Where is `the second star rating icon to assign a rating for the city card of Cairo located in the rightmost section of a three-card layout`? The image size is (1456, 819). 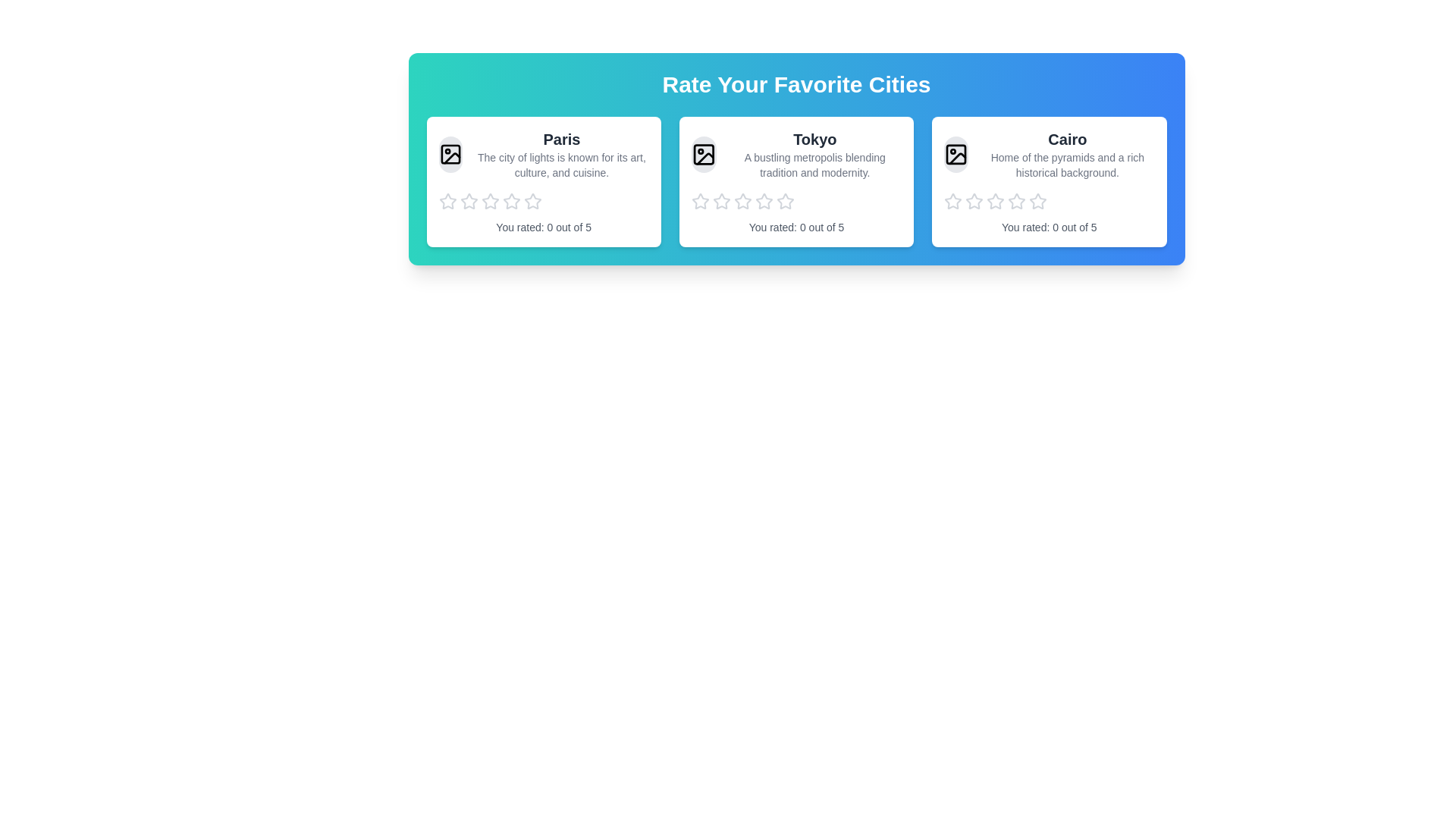 the second star rating icon to assign a rating for the city card of Cairo located in the rightmost section of a three-card layout is located at coordinates (996, 200).